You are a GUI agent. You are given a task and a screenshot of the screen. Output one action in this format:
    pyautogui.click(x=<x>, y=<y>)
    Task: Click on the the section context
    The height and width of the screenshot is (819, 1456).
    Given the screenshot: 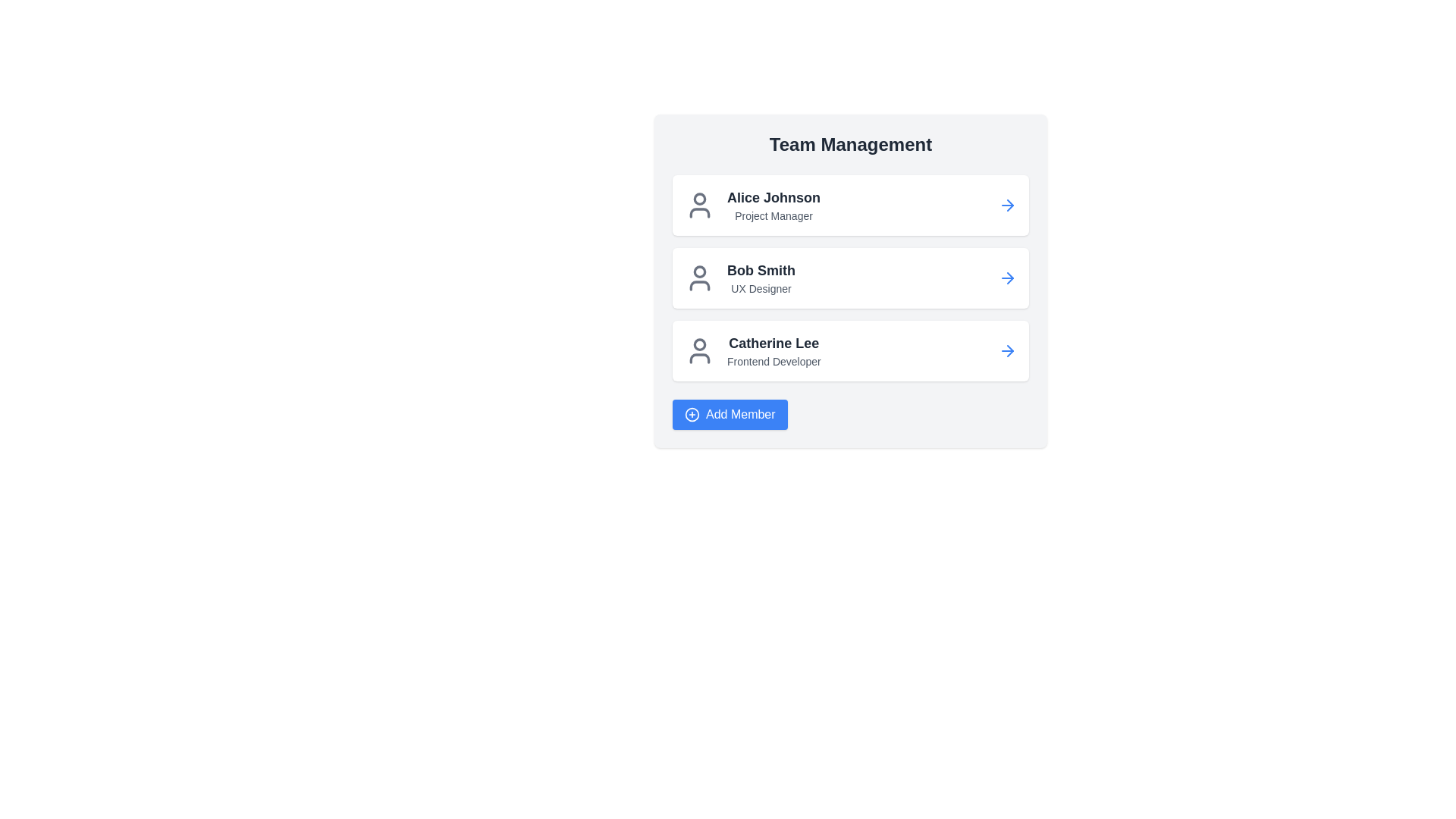 What is the action you would take?
    pyautogui.click(x=851, y=145)
    